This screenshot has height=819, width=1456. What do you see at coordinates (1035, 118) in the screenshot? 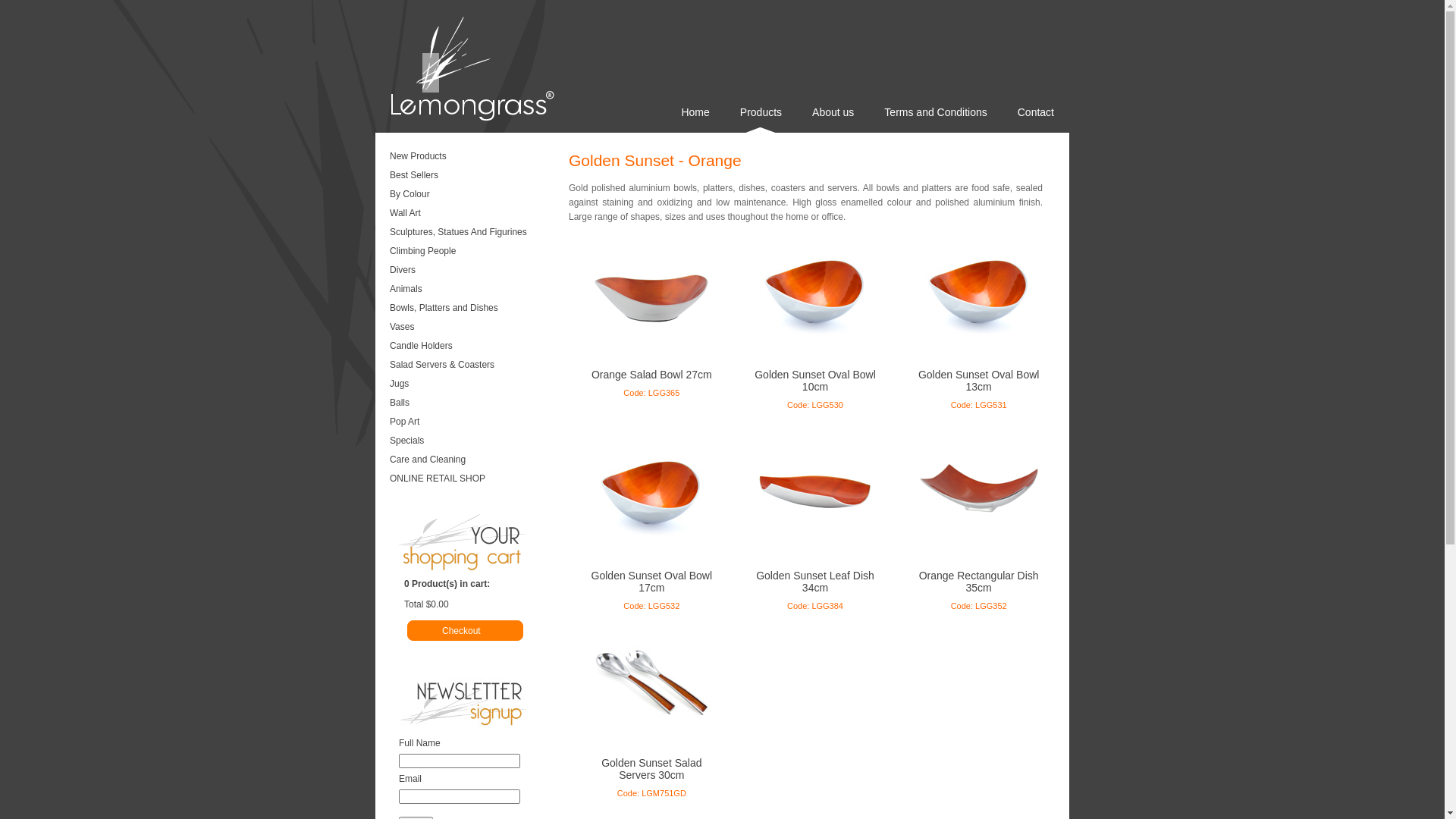
I see `'Contact'` at bounding box center [1035, 118].